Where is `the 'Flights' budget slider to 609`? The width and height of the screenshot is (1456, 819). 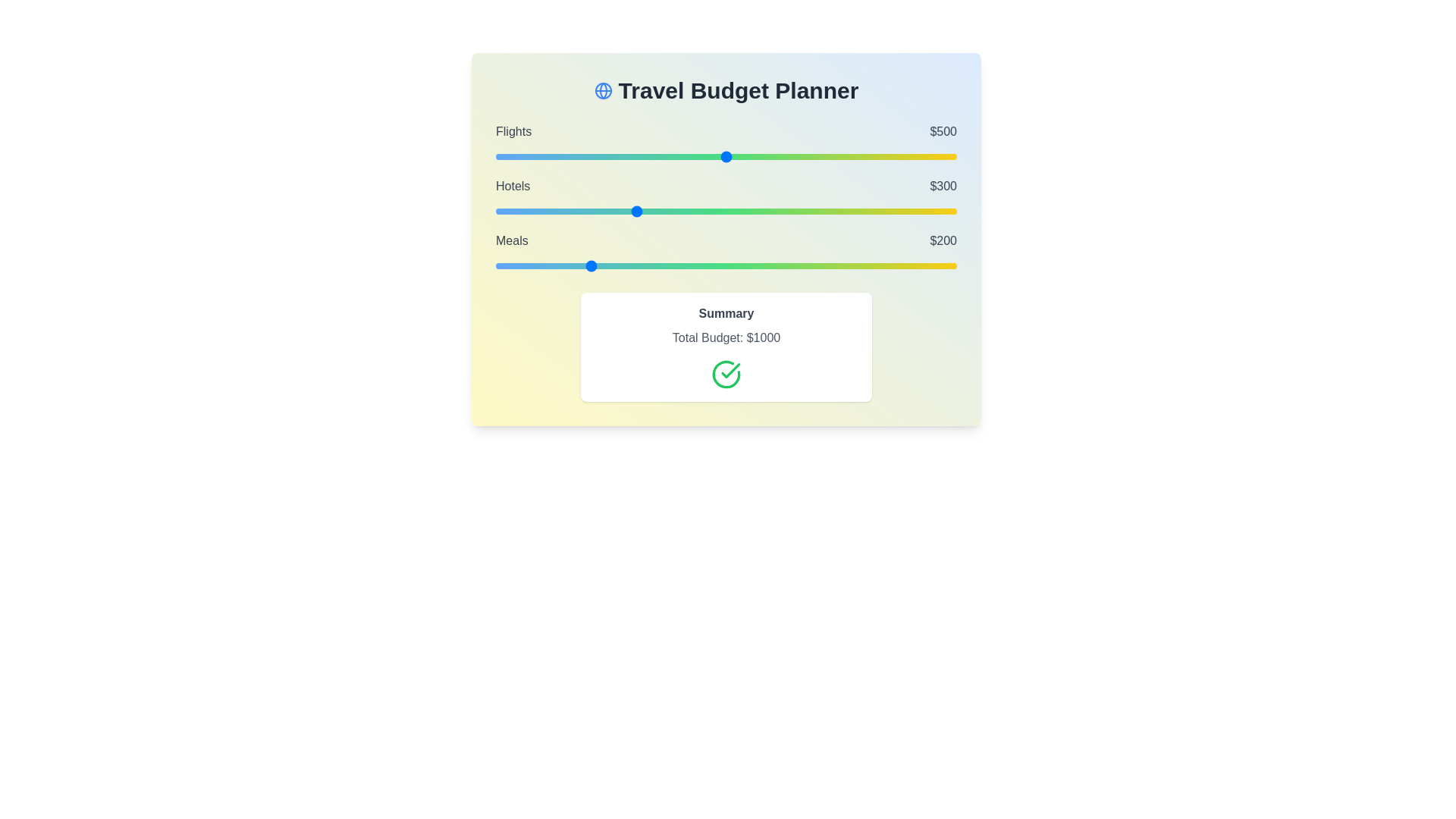
the 'Flights' budget slider to 609 is located at coordinates (777, 157).